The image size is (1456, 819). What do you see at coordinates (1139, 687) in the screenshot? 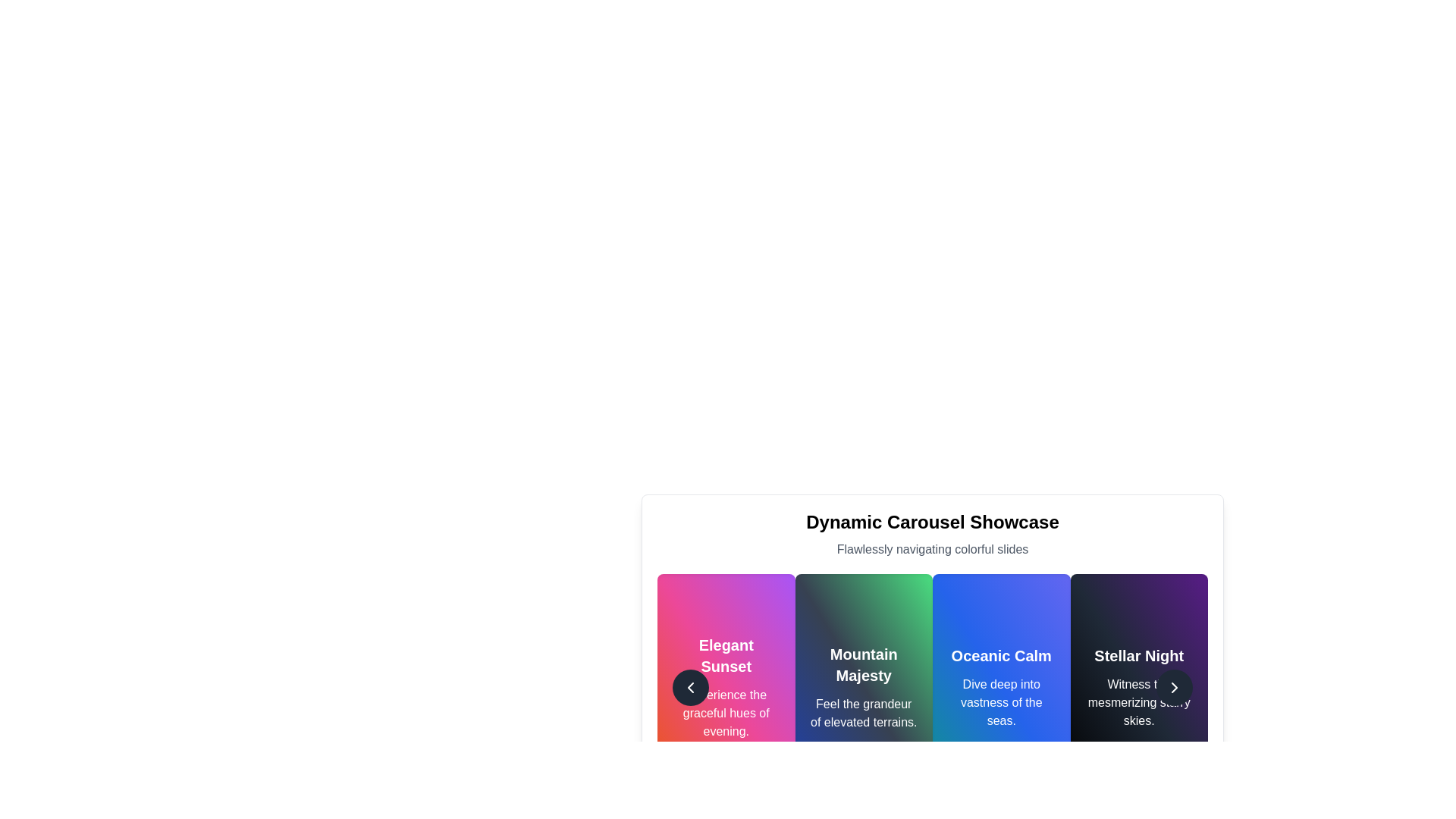
I see `the informational widget card displaying content about starry skies, which is the fourth item in the carousel, positioned at the far-right end` at bounding box center [1139, 687].